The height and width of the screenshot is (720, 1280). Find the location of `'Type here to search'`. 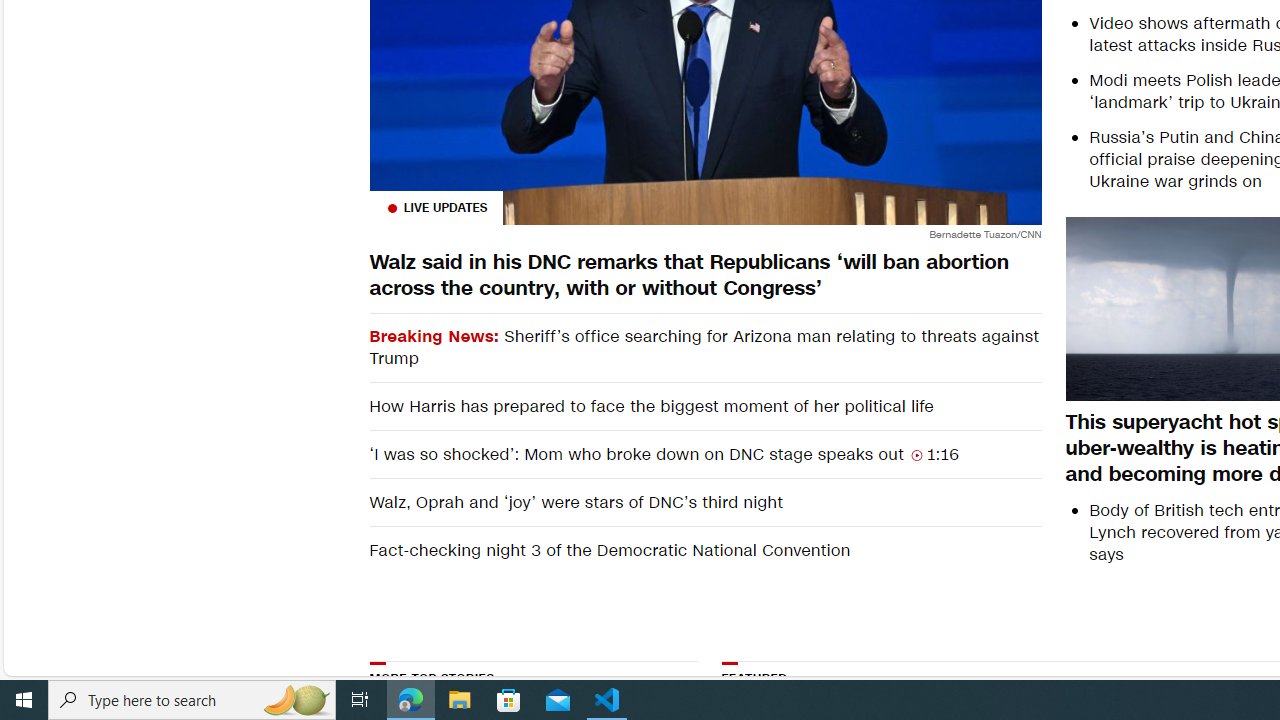

'Type here to search' is located at coordinates (192, 698).